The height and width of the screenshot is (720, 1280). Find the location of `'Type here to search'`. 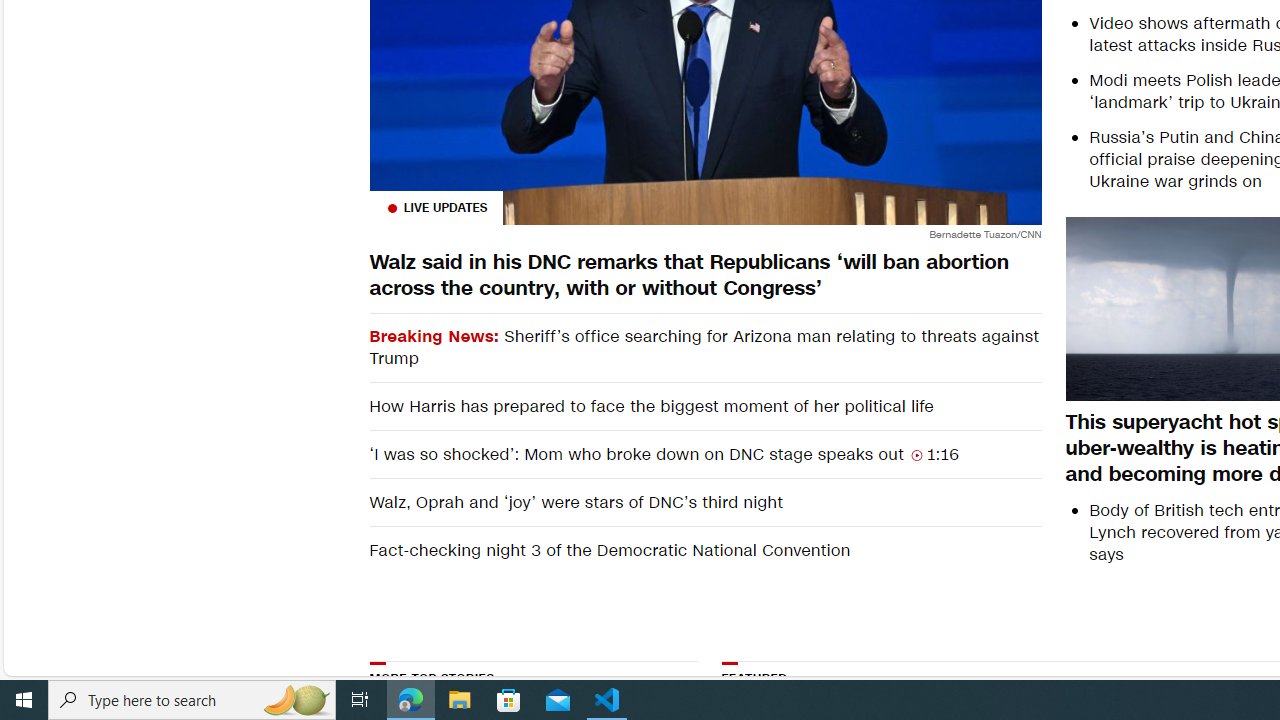

'Type here to search' is located at coordinates (192, 698).